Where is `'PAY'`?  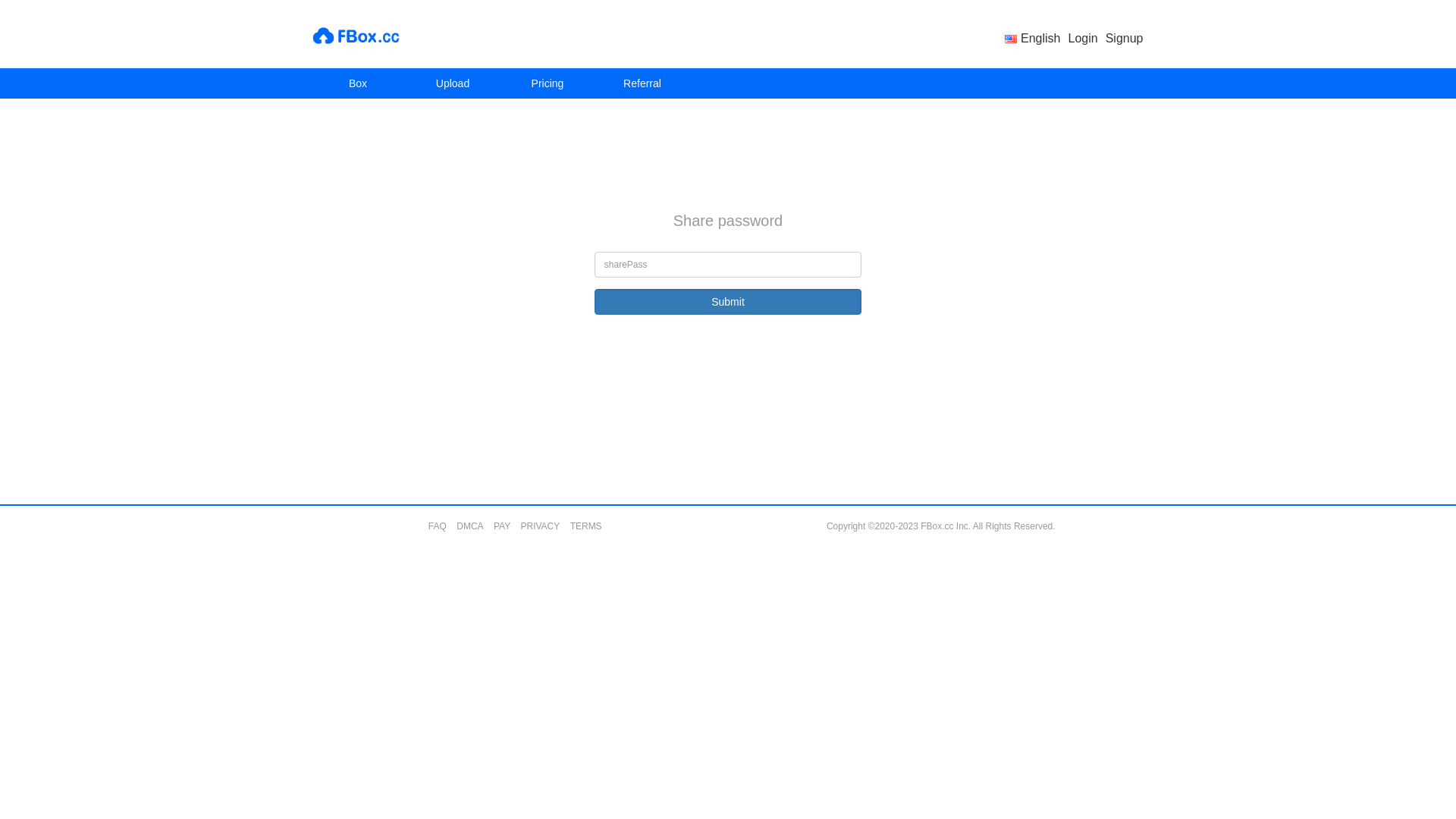
'PAY' is located at coordinates (502, 526).